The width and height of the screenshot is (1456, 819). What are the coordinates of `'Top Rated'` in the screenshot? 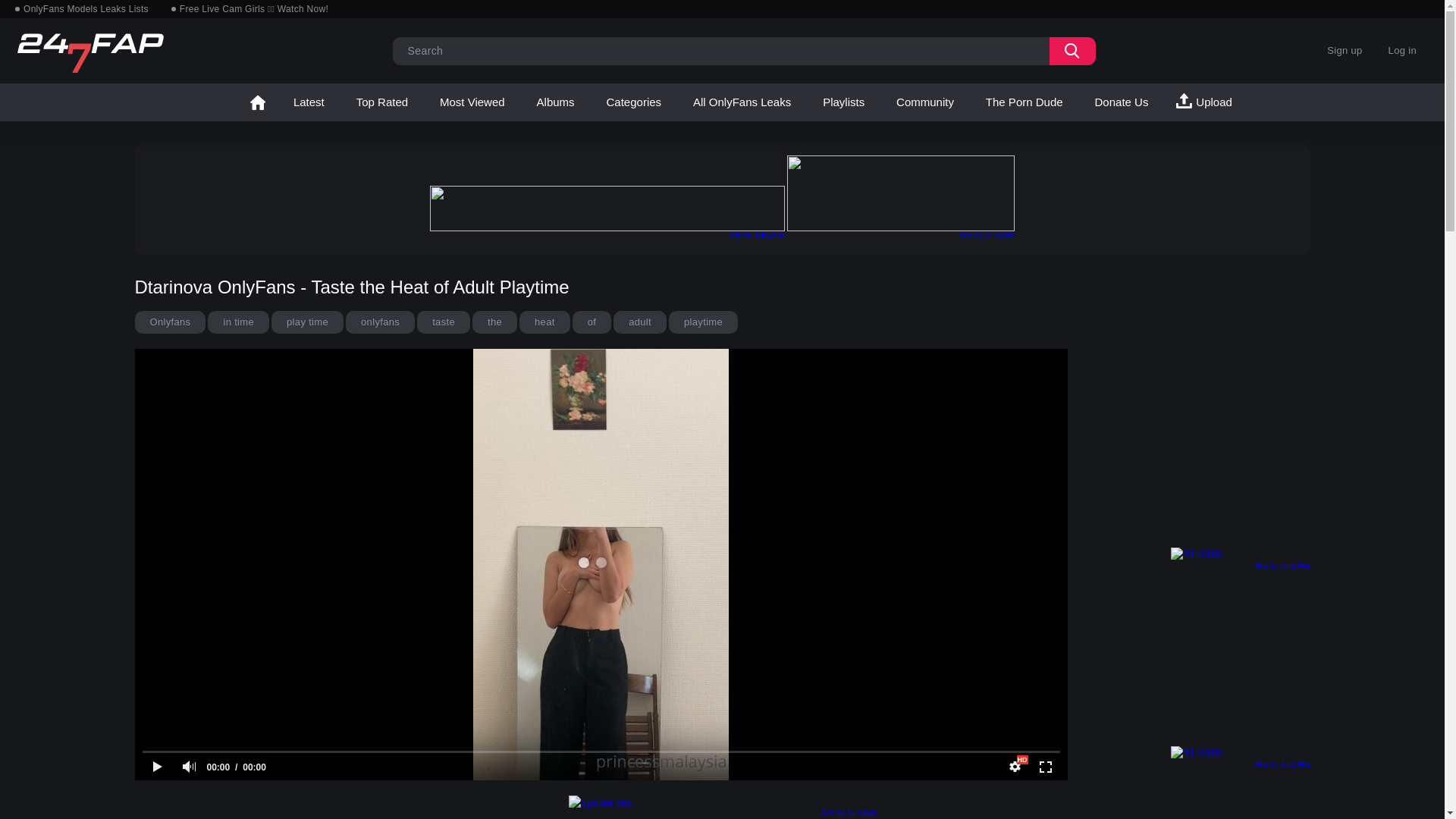 It's located at (382, 102).